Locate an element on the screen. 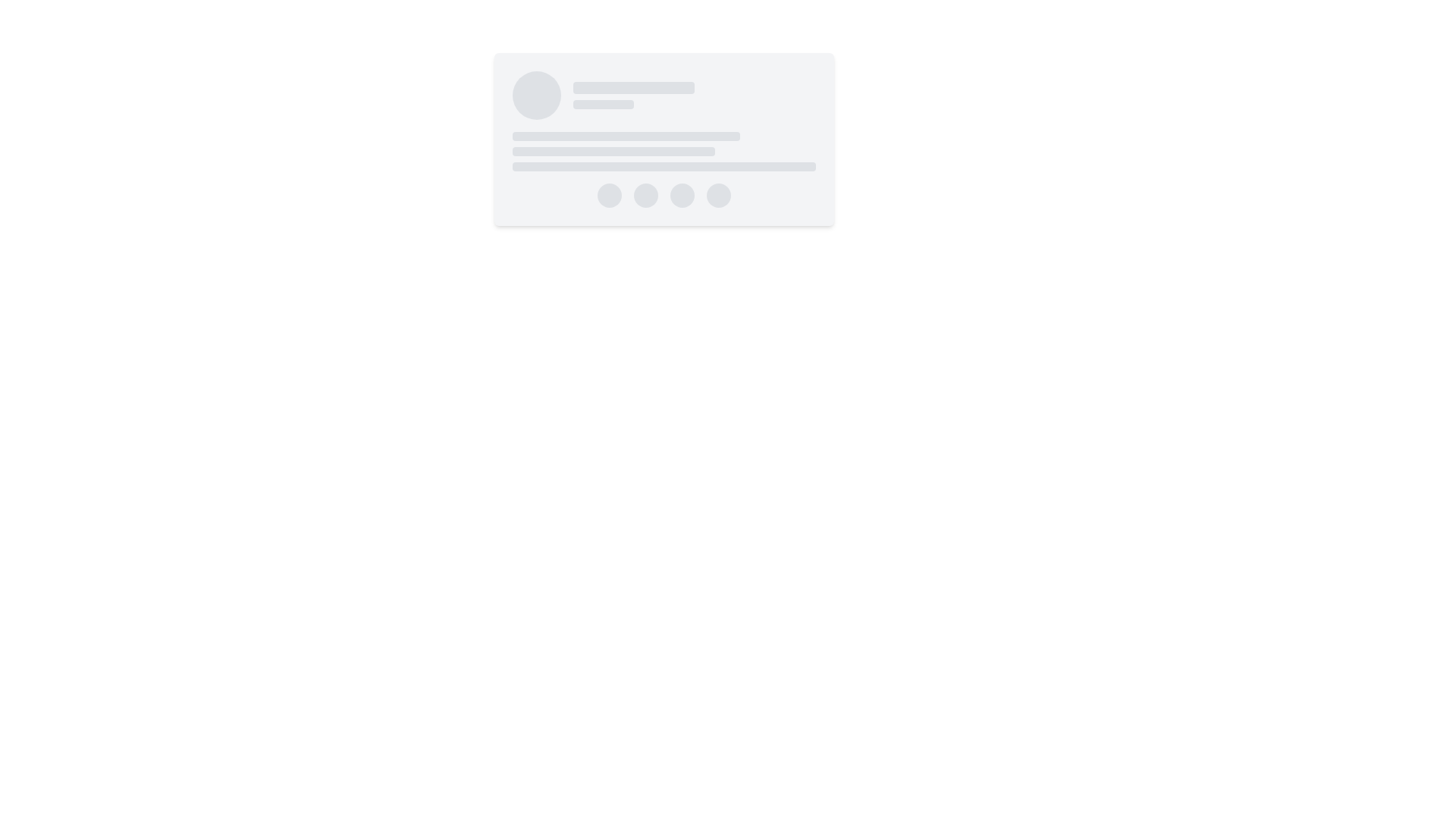 The image size is (1456, 819). the horizontal gray bar with rounded edges, which serves as a loading indicator and is positioned at the upper section of the placeholder layout is located at coordinates (633, 87).